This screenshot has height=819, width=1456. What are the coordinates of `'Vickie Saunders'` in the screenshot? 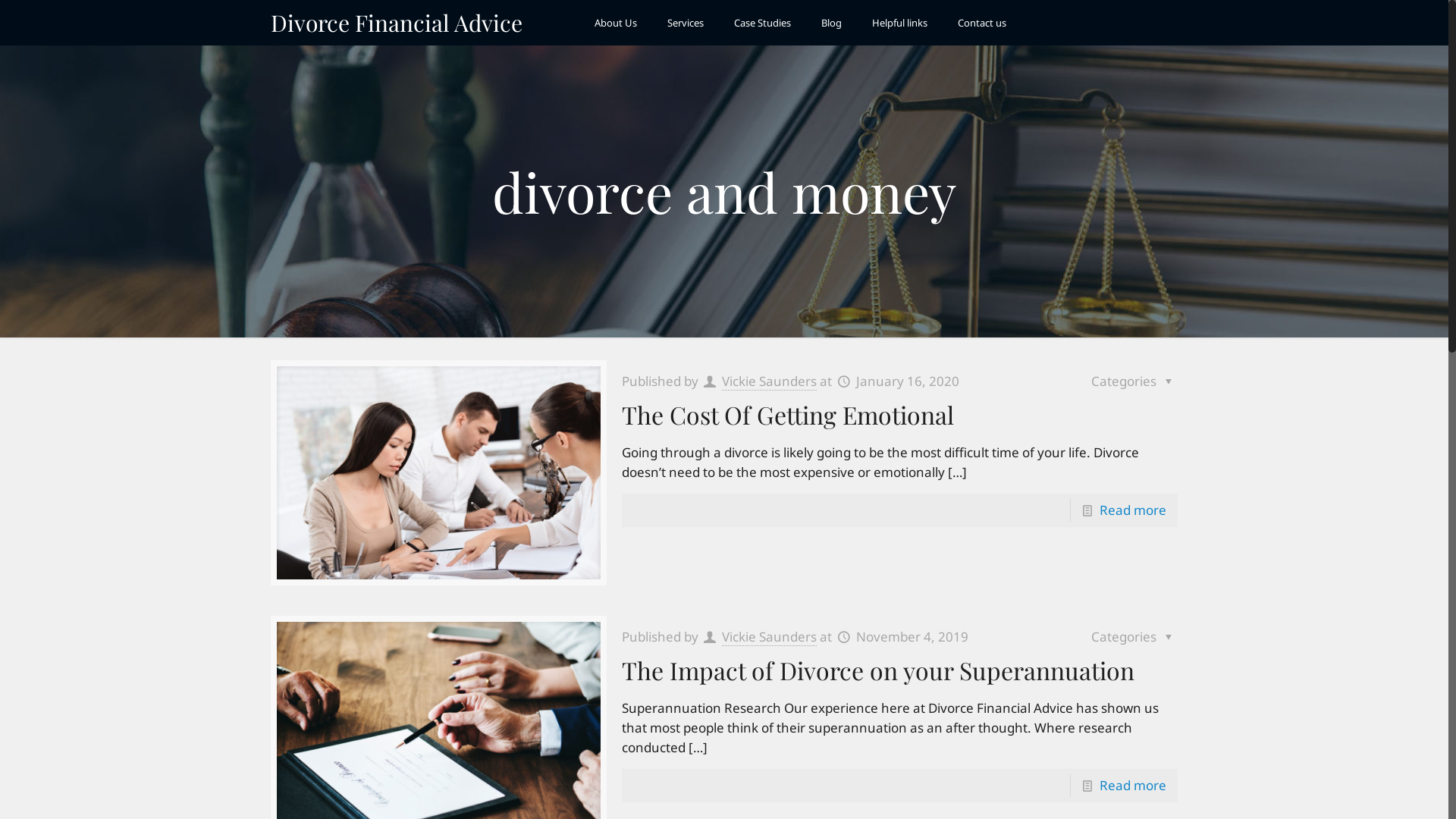 It's located at (769, 380).